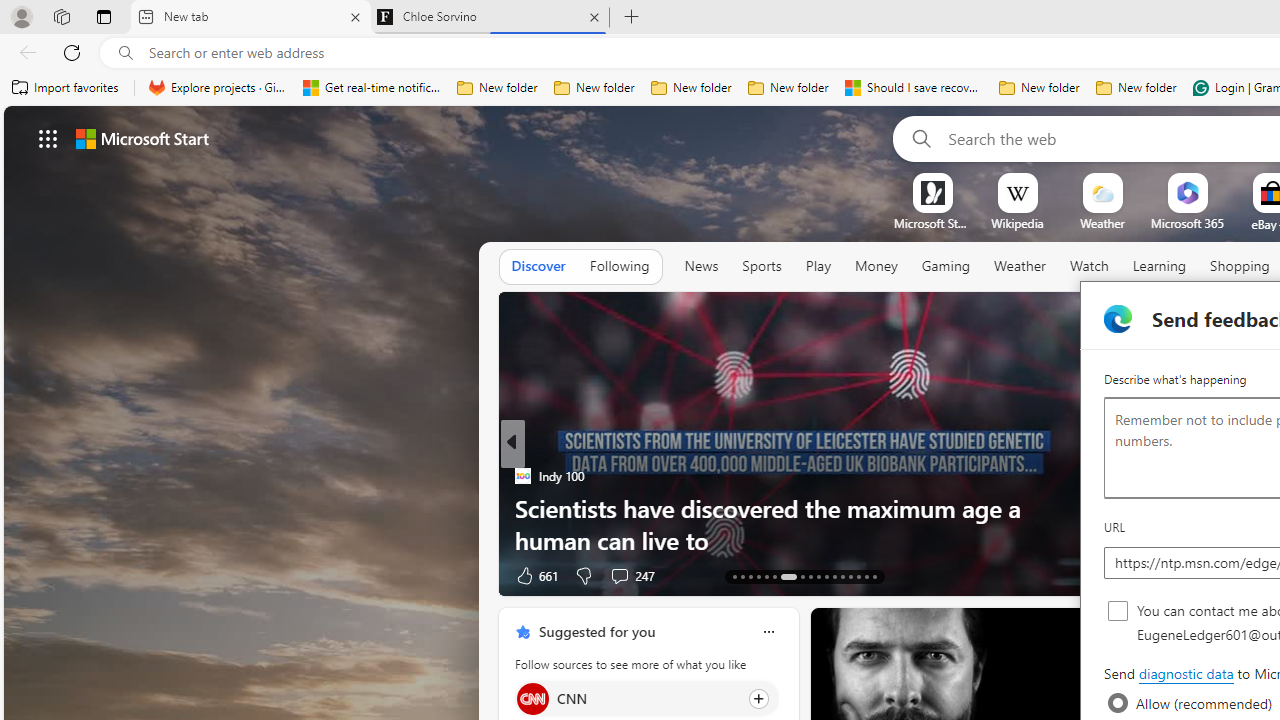  Describe the element at coordinates (931, 223) in the screenshot. I see `'Microsoft Start Gaming'` at that location.